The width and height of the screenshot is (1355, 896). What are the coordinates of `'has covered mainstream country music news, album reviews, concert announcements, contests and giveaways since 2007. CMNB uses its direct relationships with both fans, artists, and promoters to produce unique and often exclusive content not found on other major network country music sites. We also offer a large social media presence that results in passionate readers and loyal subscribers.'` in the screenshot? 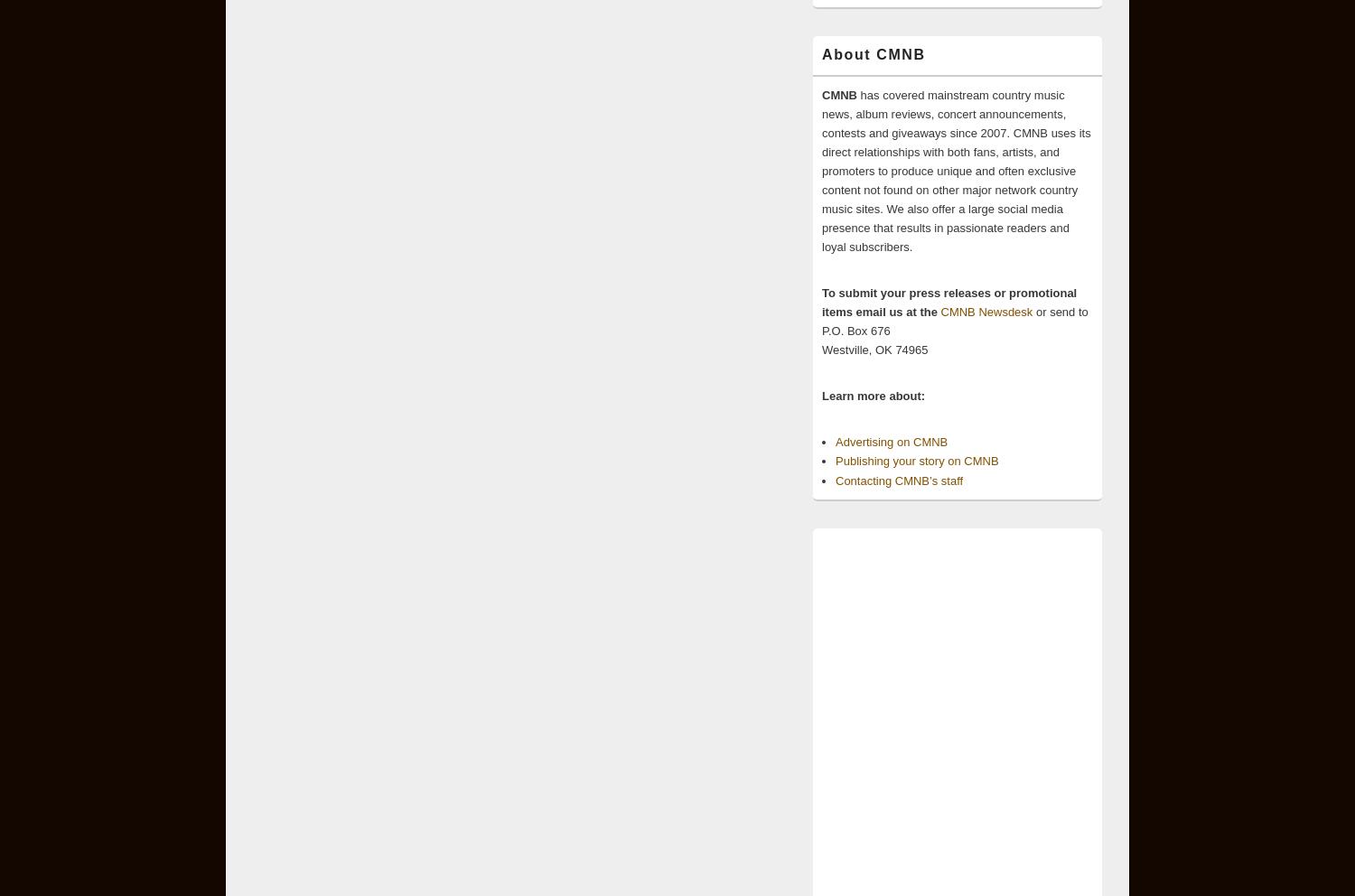 It's located at (822, 169).